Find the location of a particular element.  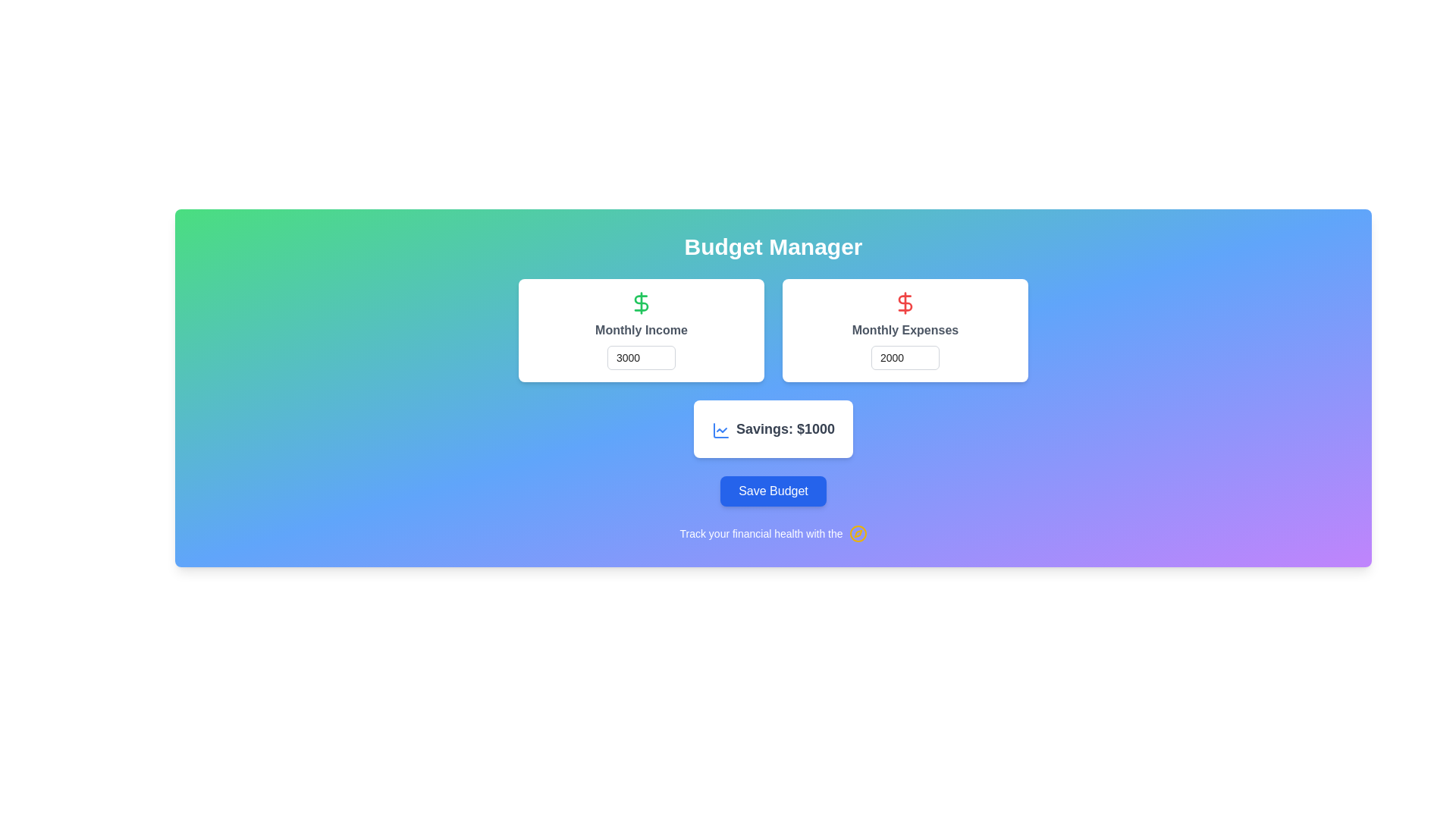

the decrement button located in the 'Monthly Expenses' section, positioned to the bottom-right of the input number field is located at coordinates (938, 363).